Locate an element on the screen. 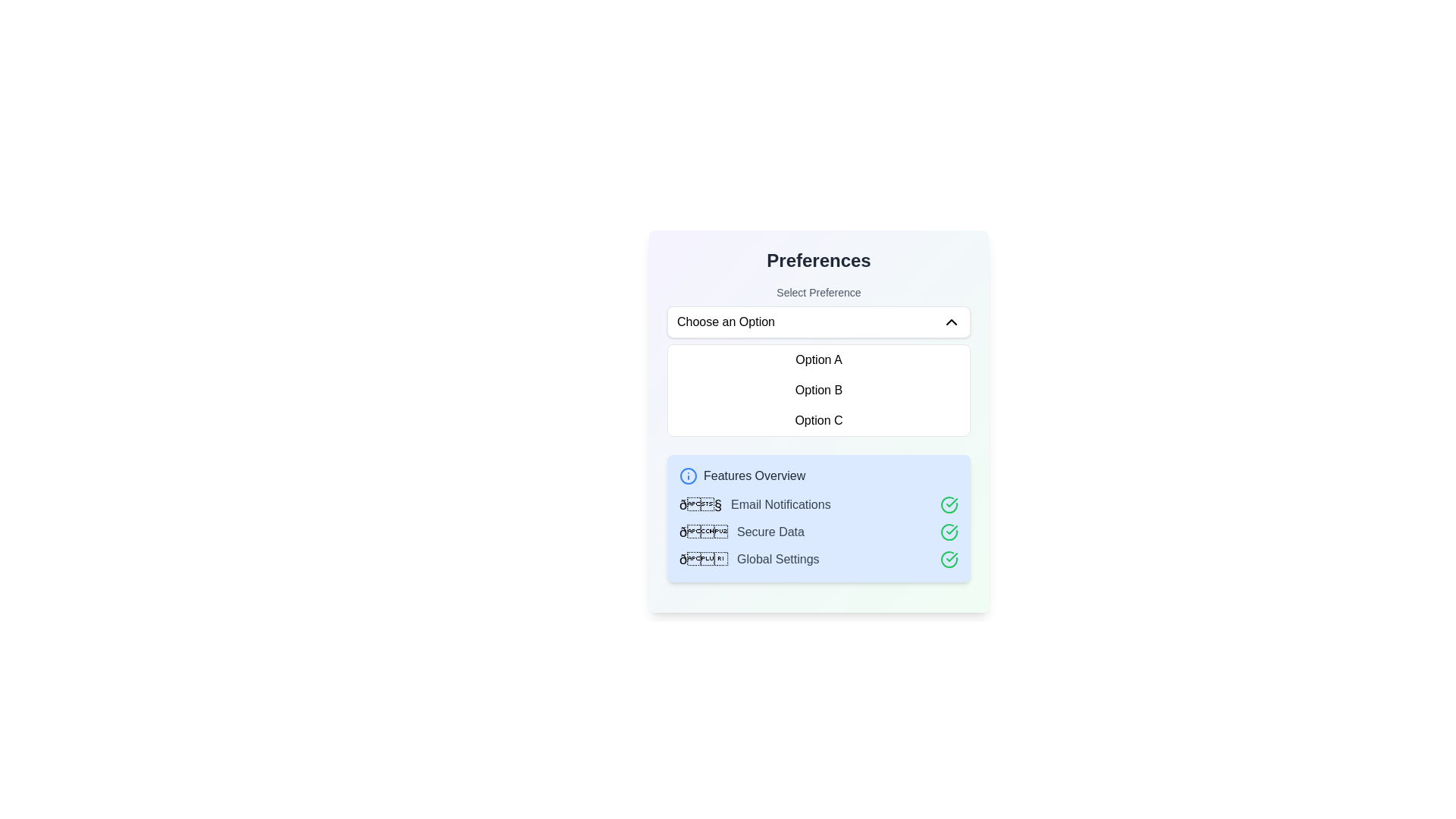 The image size is (1456, 819). the second item in a vertical list of three options within the dropdown menu is located at coordinates (818, 390).